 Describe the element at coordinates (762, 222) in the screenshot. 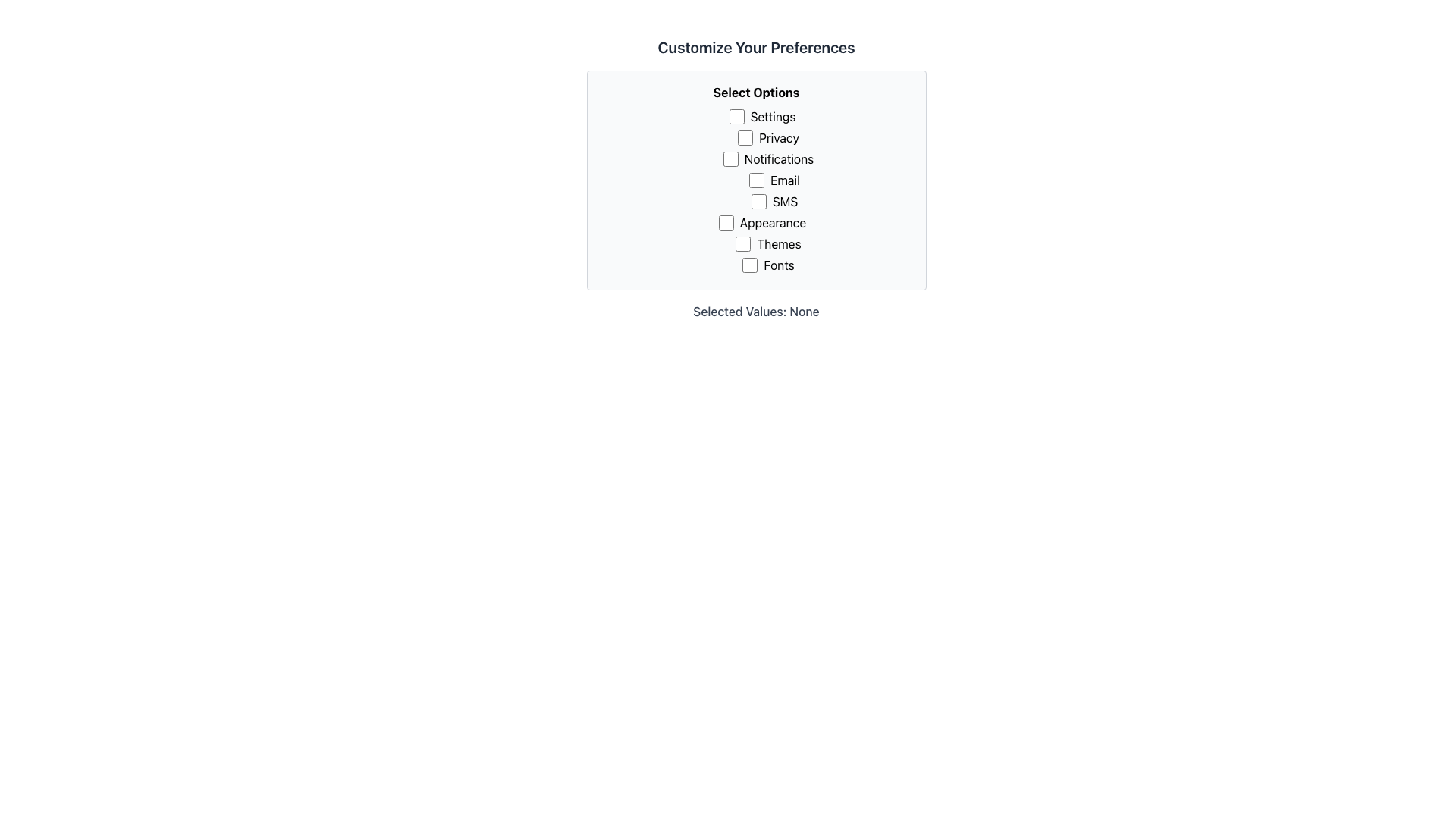

I see `the checkbox labeled 'Appearance' which is the fourth item in the 'Select Options' section under 'Customize Your Preferences'` at that location.